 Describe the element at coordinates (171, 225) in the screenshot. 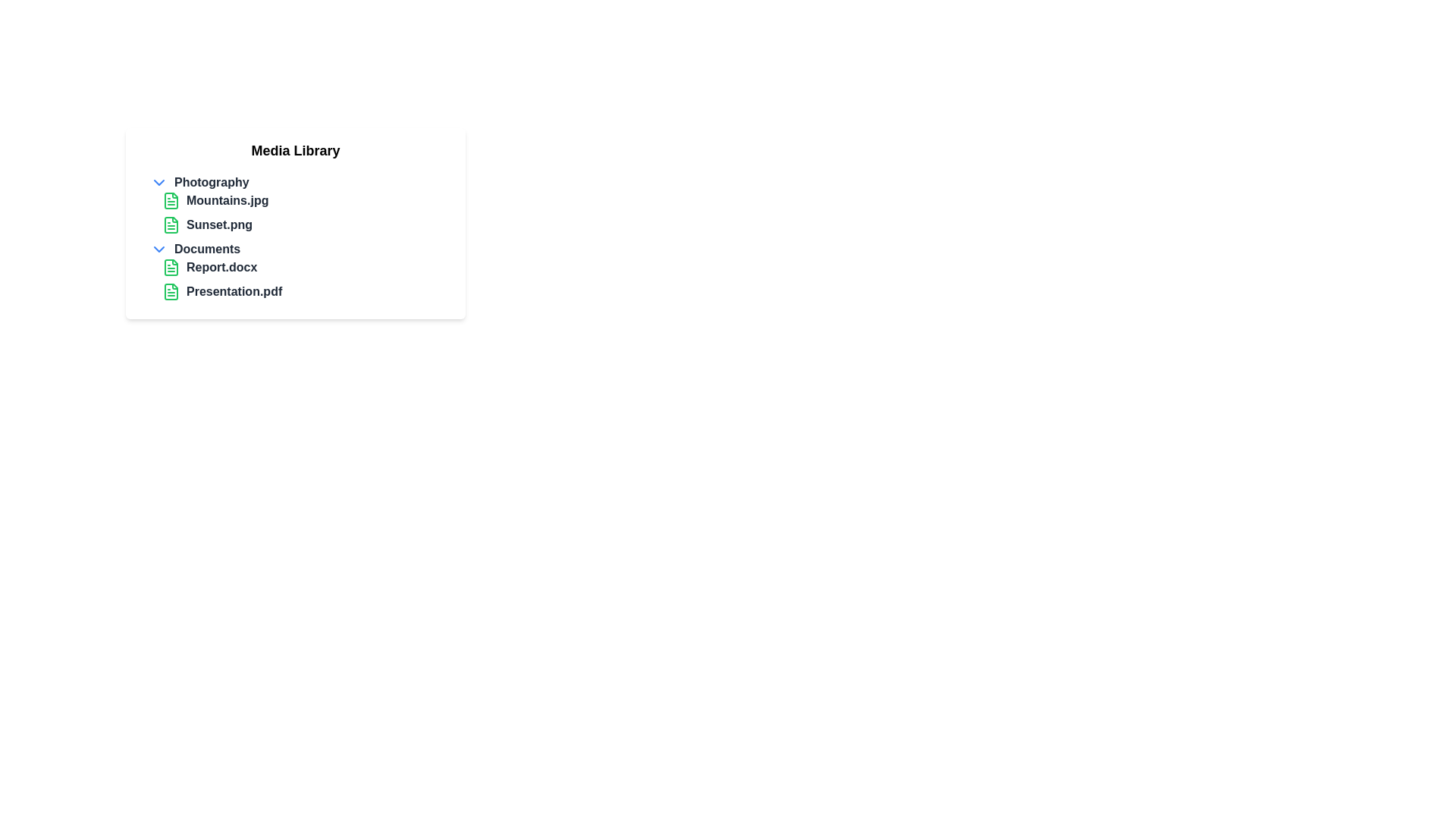

I see `the representational icon for the text document associated with 'Sunset.png' located in the 'Photography' section of the 'Media Library'` at that location.